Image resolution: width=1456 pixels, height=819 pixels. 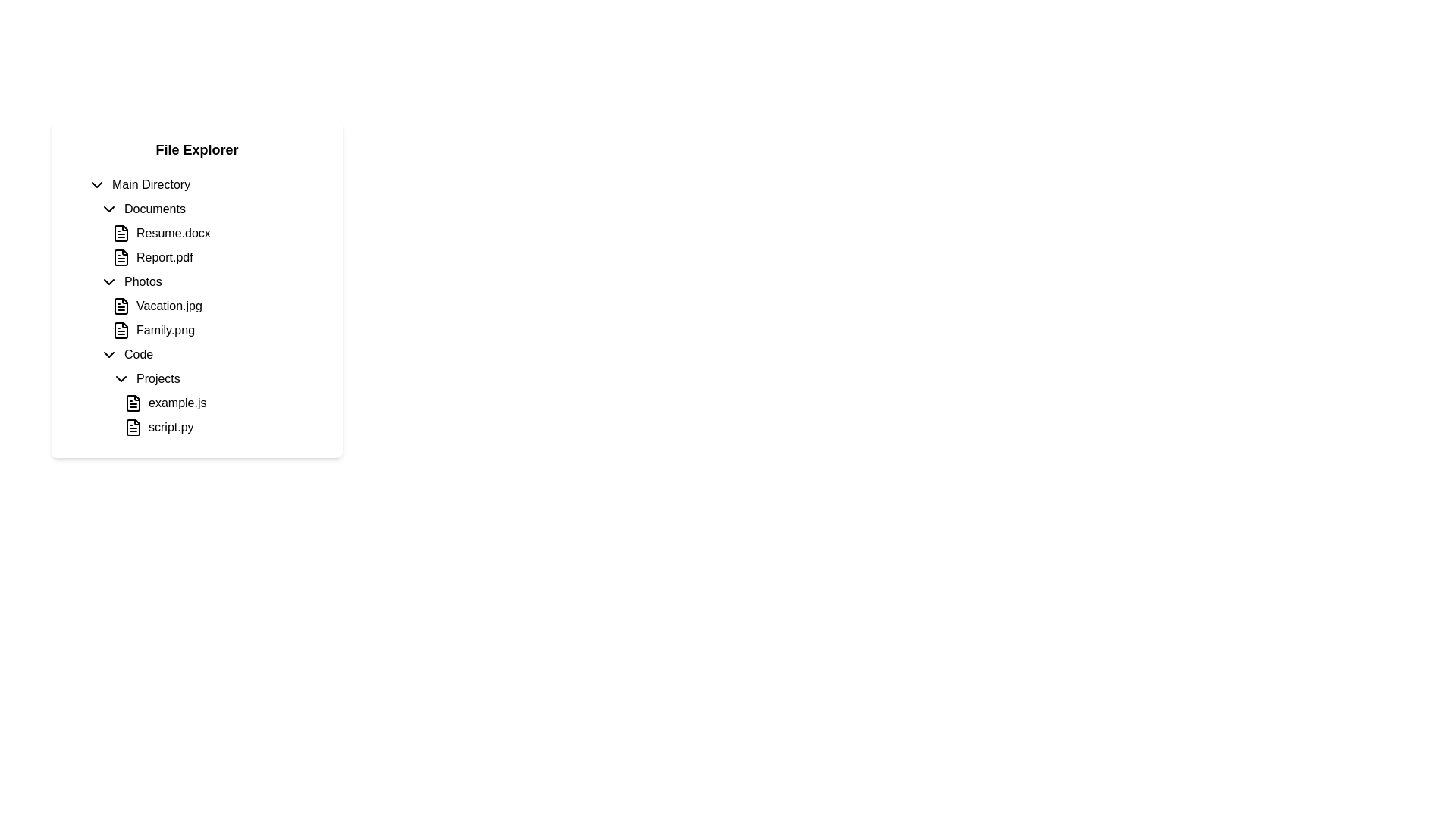 What do you see at coordinates (151, 184) in the screenshot?
I see `the 'Main Directory' text label` at bounding box center [151, 184].